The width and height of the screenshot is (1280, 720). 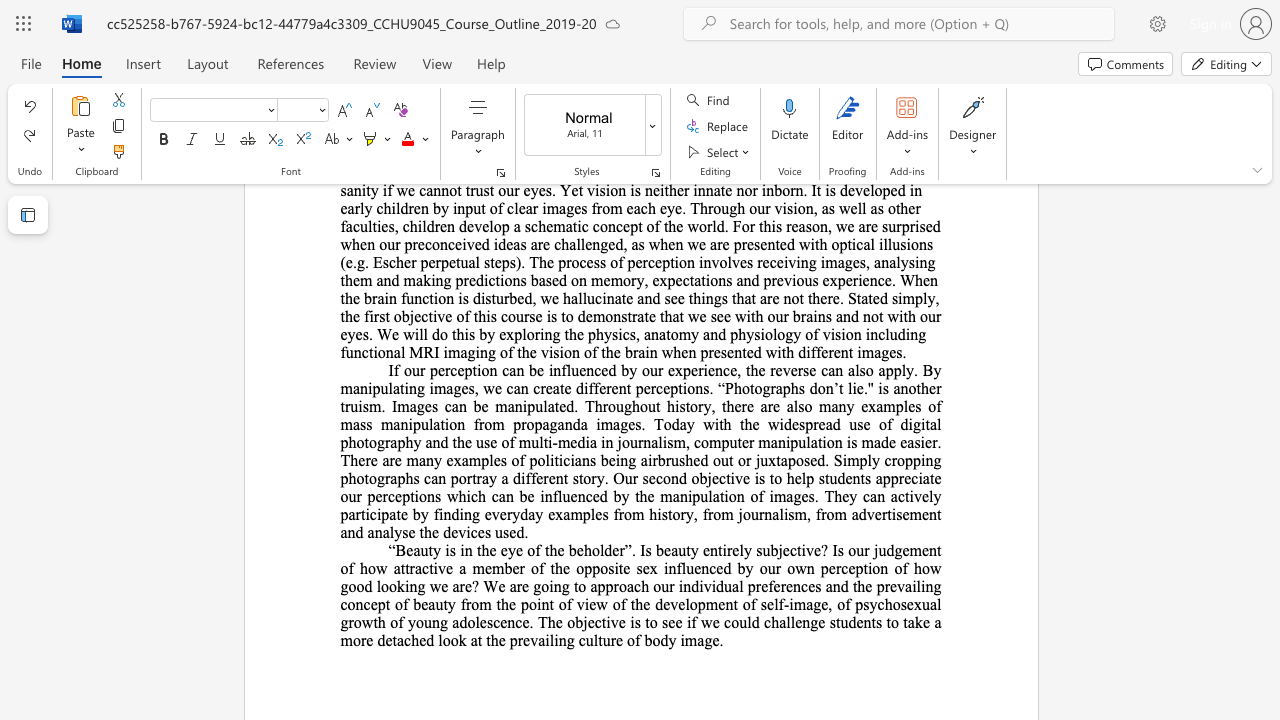 What do you see at coordinates (650, 388) in the screenshot?
I see `the subset text "rceptions. “Photographs don’t lie." within the text "If our perception can be influenced by our experience, the reverse can also apply. By manipulating images, we can create different perceptions. “Photographs don’t lie."` at bounding box center [650, 388].